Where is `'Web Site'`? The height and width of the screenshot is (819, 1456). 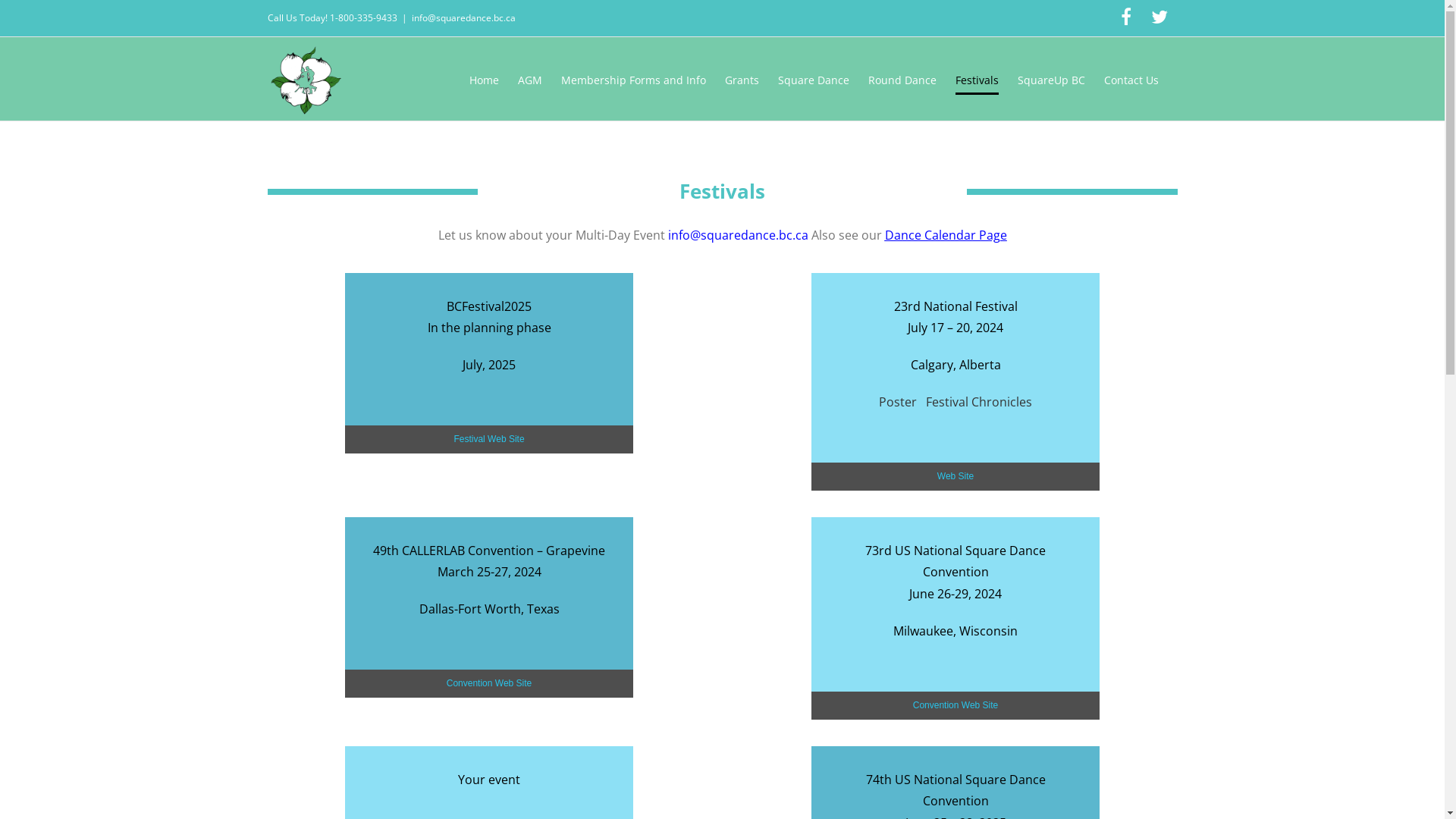 'Web Site' is located at coordinates (954, 475).